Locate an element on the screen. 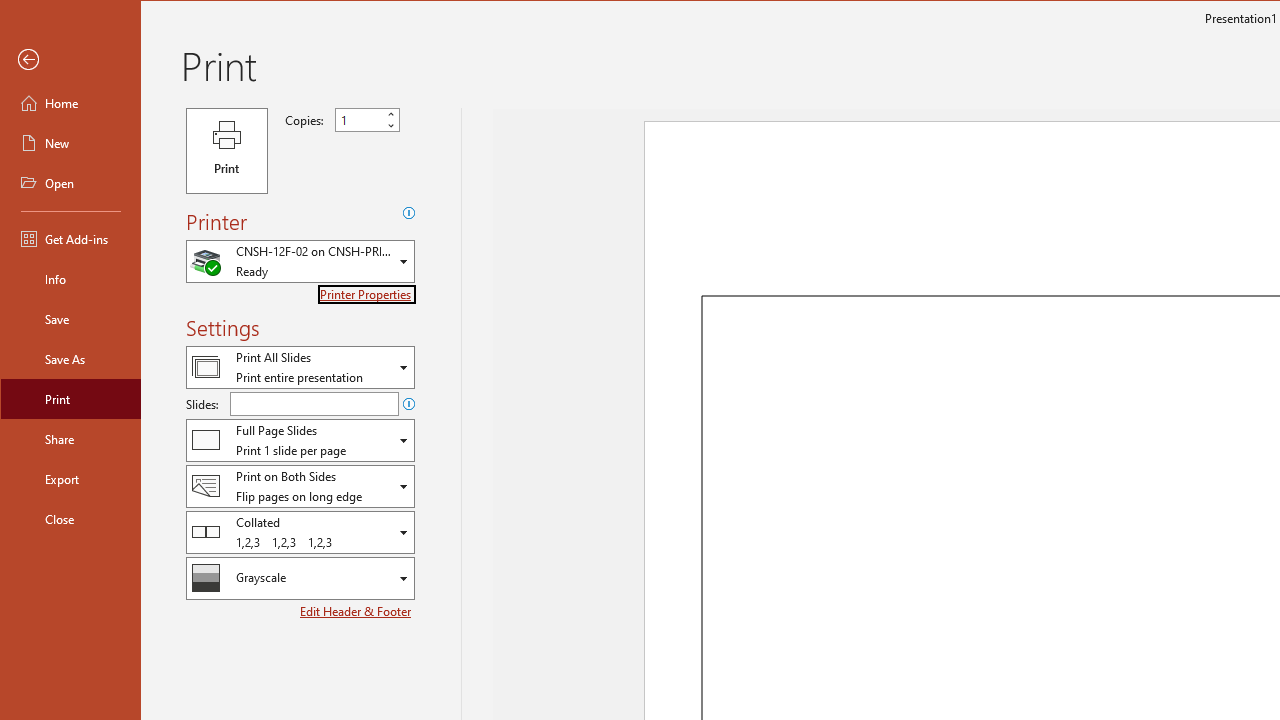  'Print What' is located at coordinates (299, 367).